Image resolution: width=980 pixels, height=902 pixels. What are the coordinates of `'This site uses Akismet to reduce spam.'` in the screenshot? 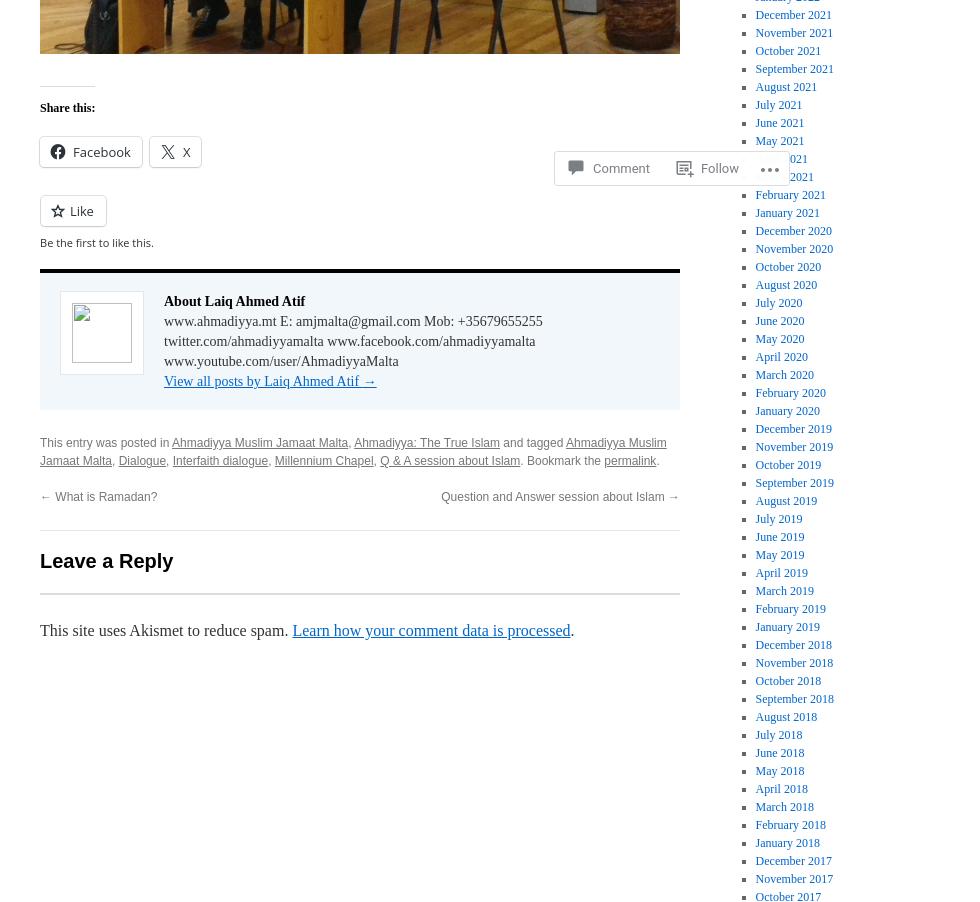 It's located at (166, 629).